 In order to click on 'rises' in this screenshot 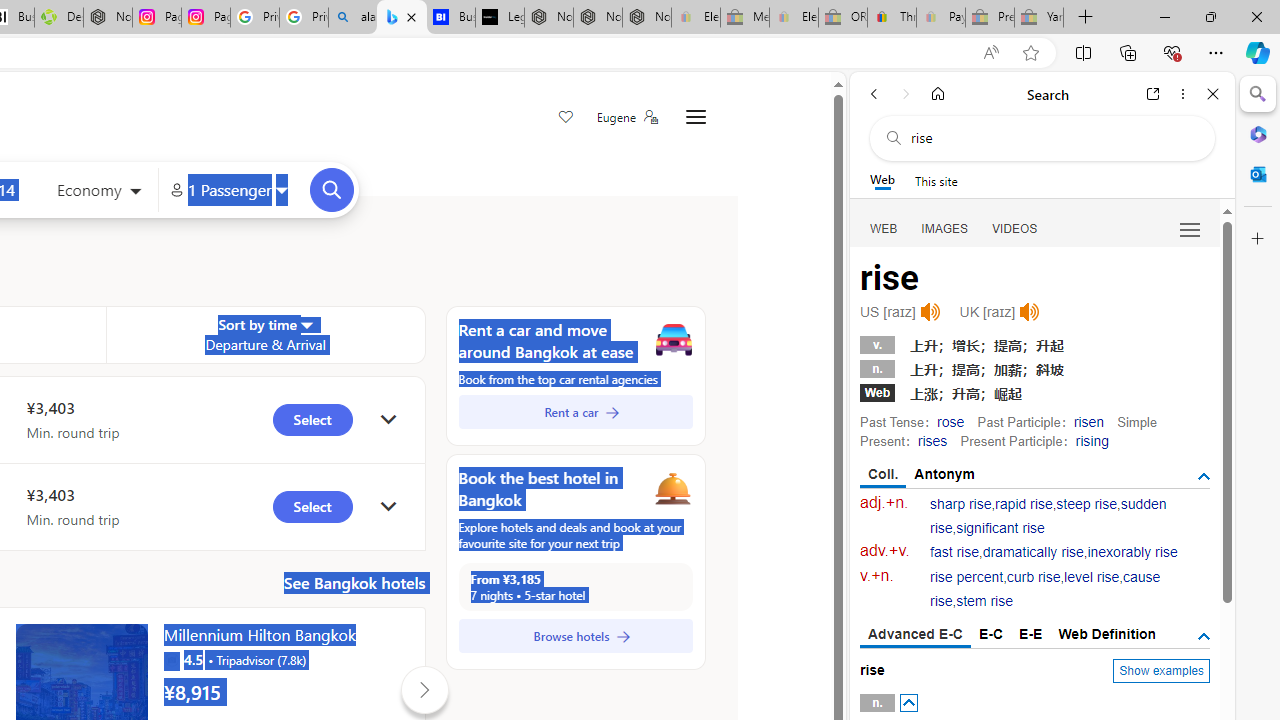, I will do `click(931, 440)`.